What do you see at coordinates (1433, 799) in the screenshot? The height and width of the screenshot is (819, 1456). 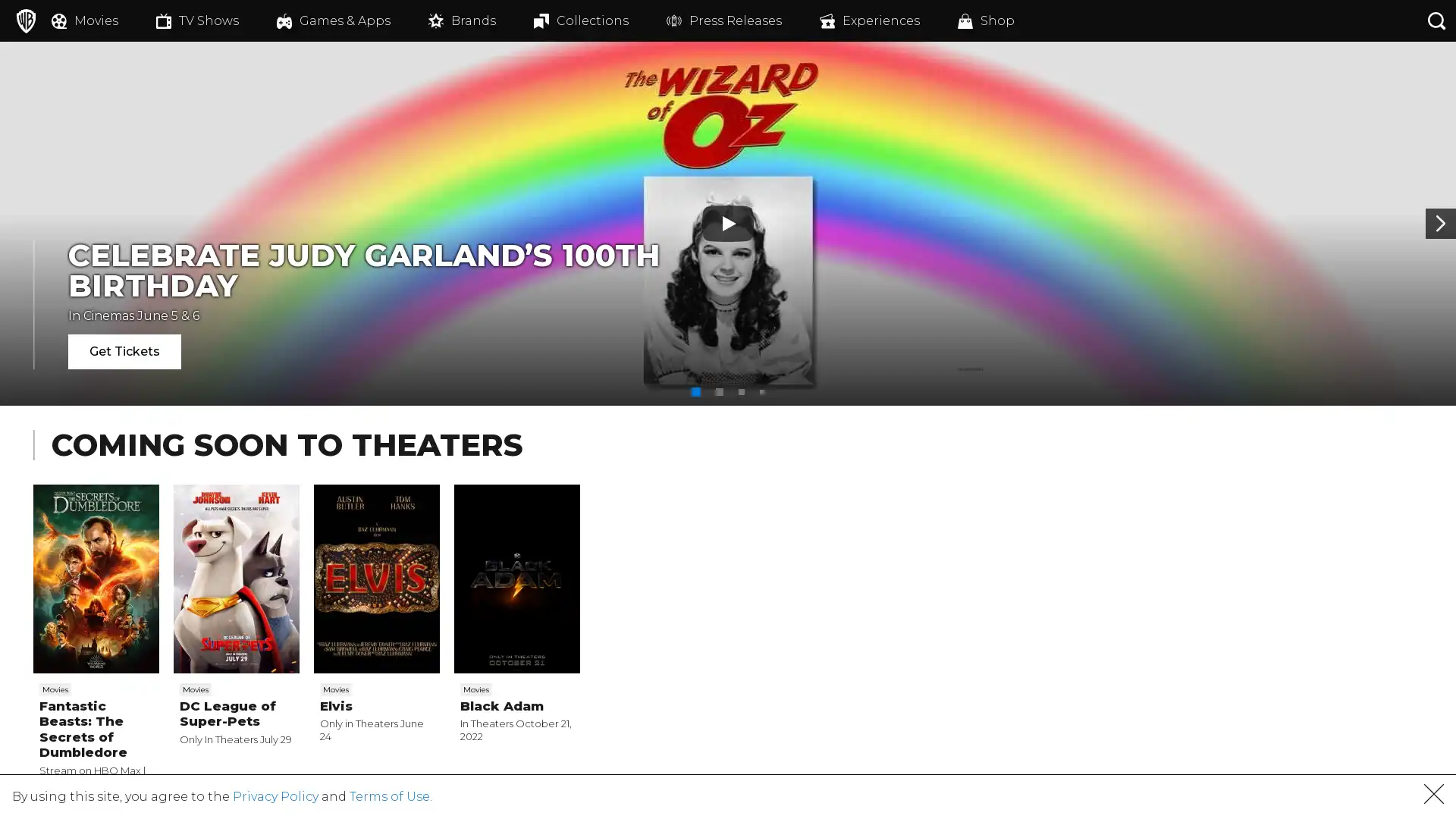 I see `Close` at bounding box center [1433, 799].